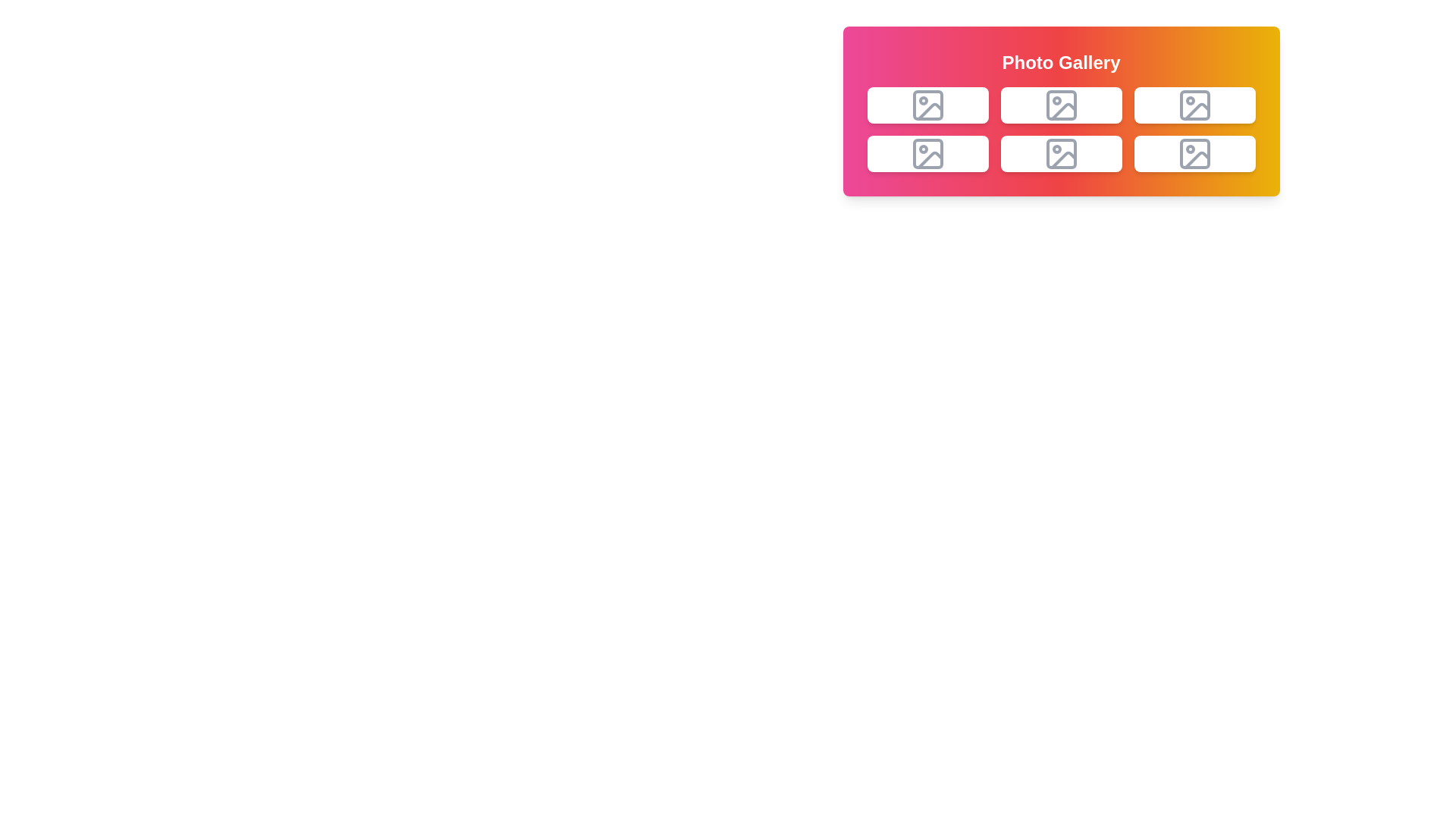 This screenshot has width=1456, height=819. Describe the element at coordinates (1040, 104) in the screenshot. I see `the visibility toggle button with an eye icon, located in the top-right row of interactive buttons, just left of the heart icon button` at that location.